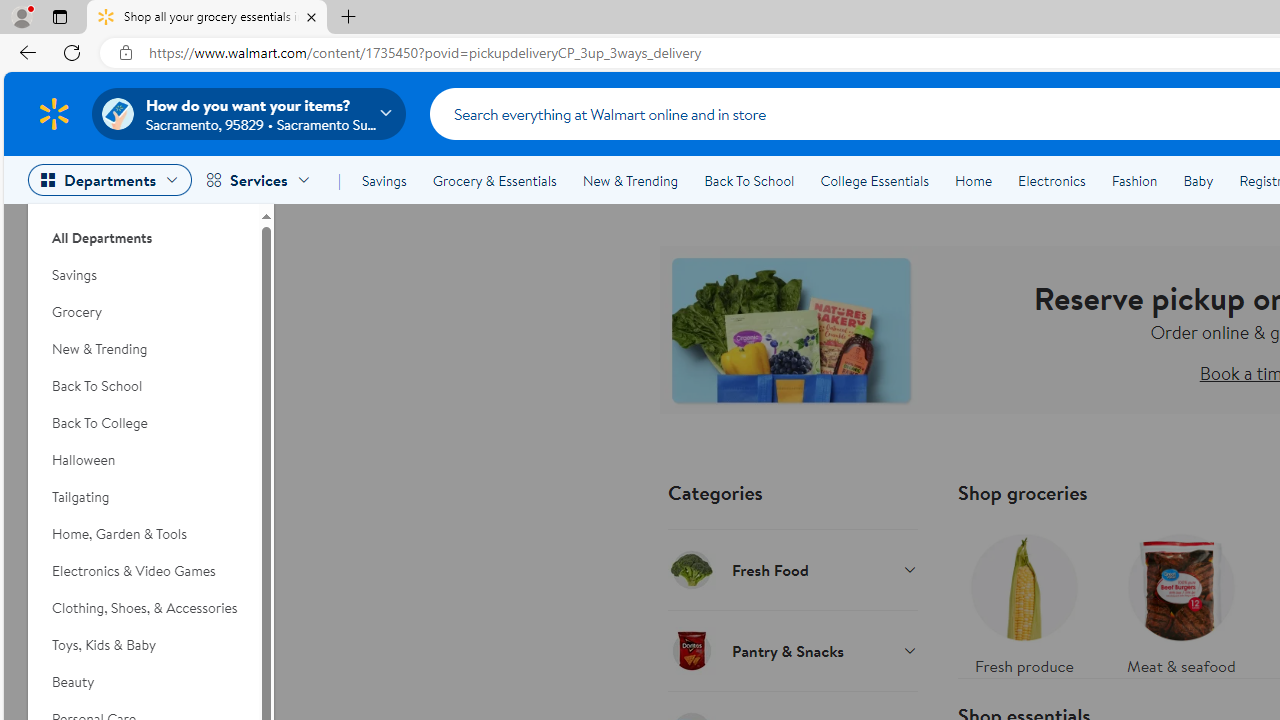  What do you see at coordinates (1024, 598) in the screenshot?
I see `'Fresh produce'` at bounding box center [1024, 598].